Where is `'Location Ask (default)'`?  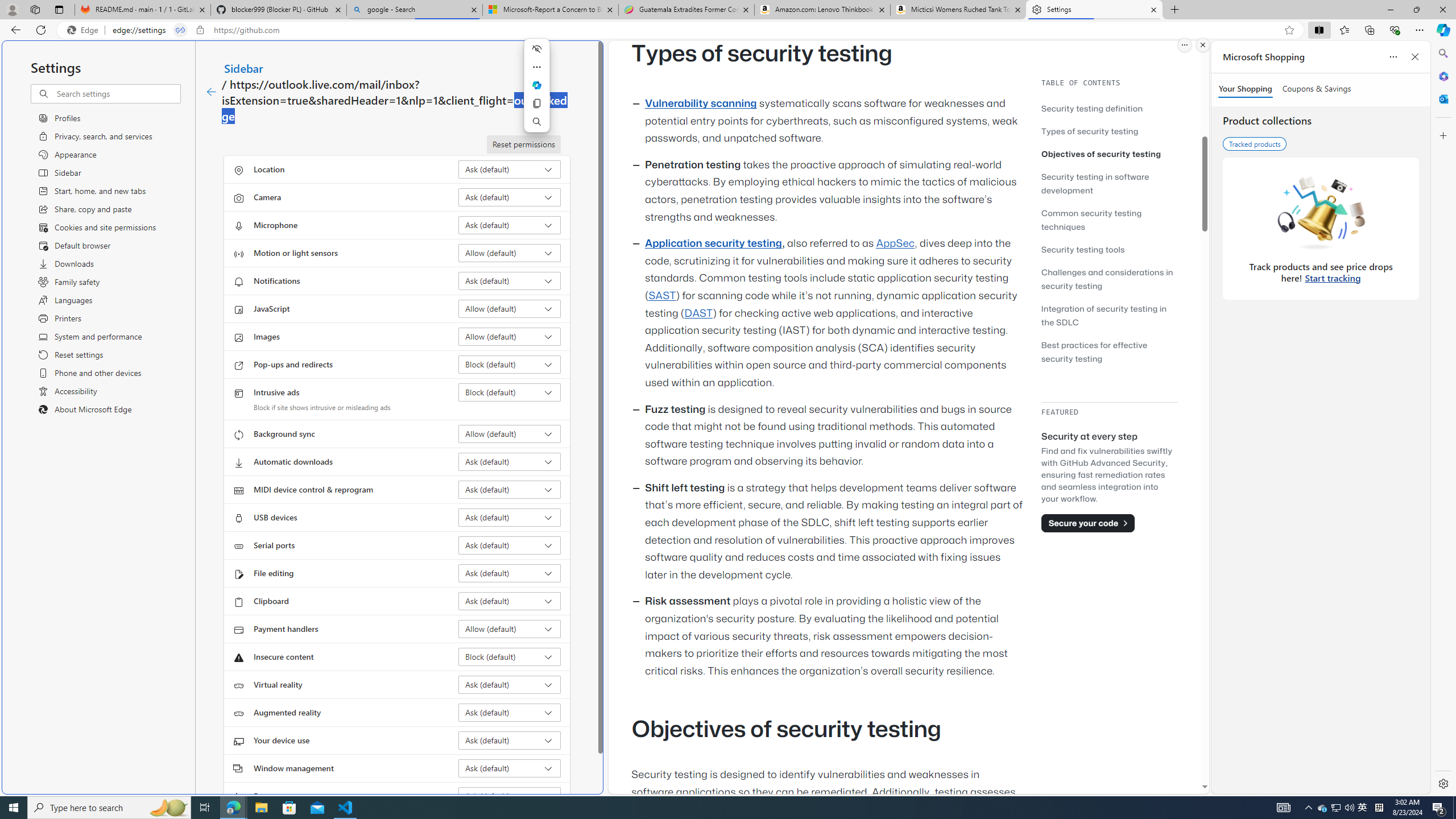
'Location Ask (default)' is located at coordinates (510, 169).